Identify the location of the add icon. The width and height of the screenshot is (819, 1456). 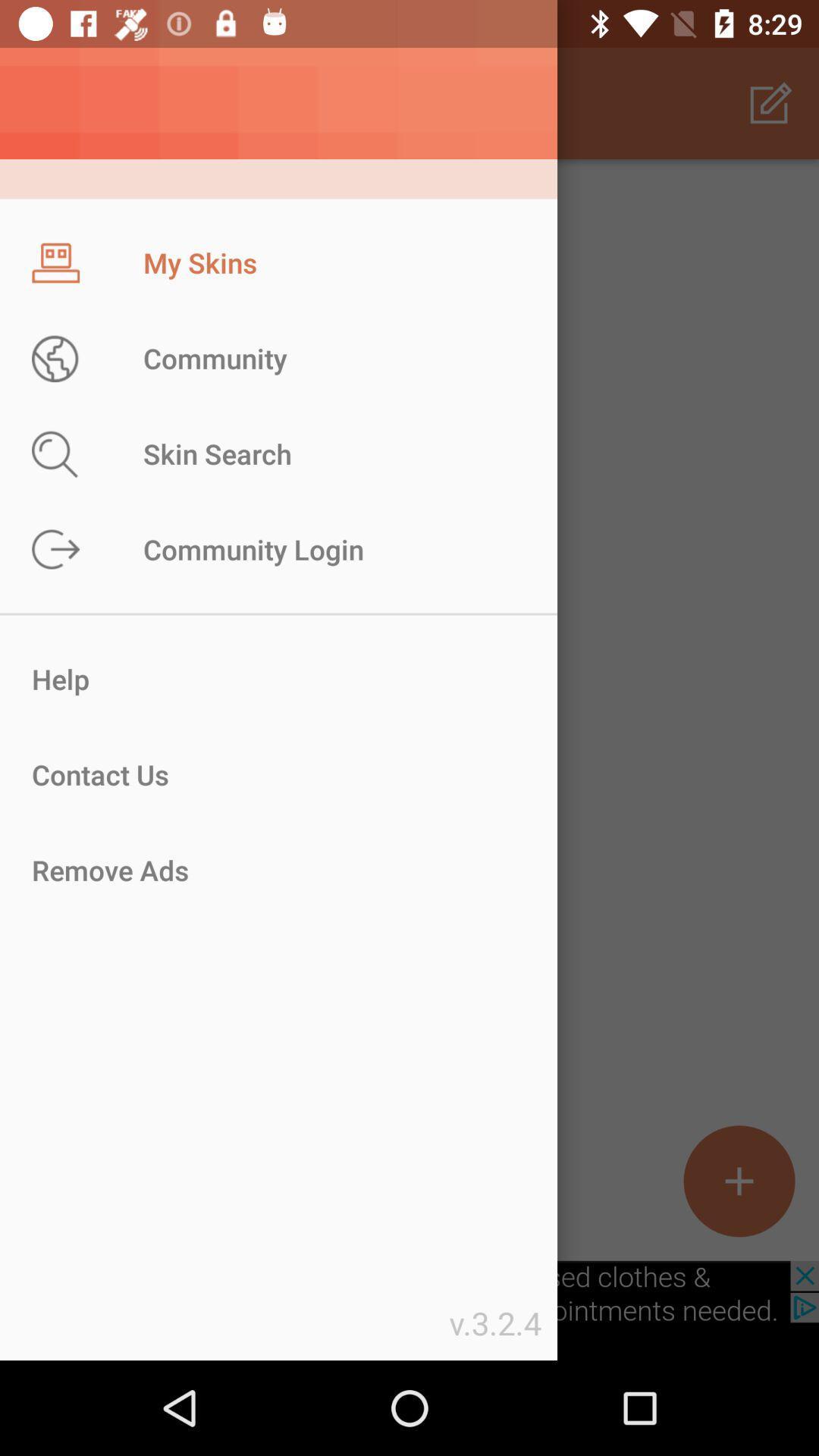
(739, 1180).